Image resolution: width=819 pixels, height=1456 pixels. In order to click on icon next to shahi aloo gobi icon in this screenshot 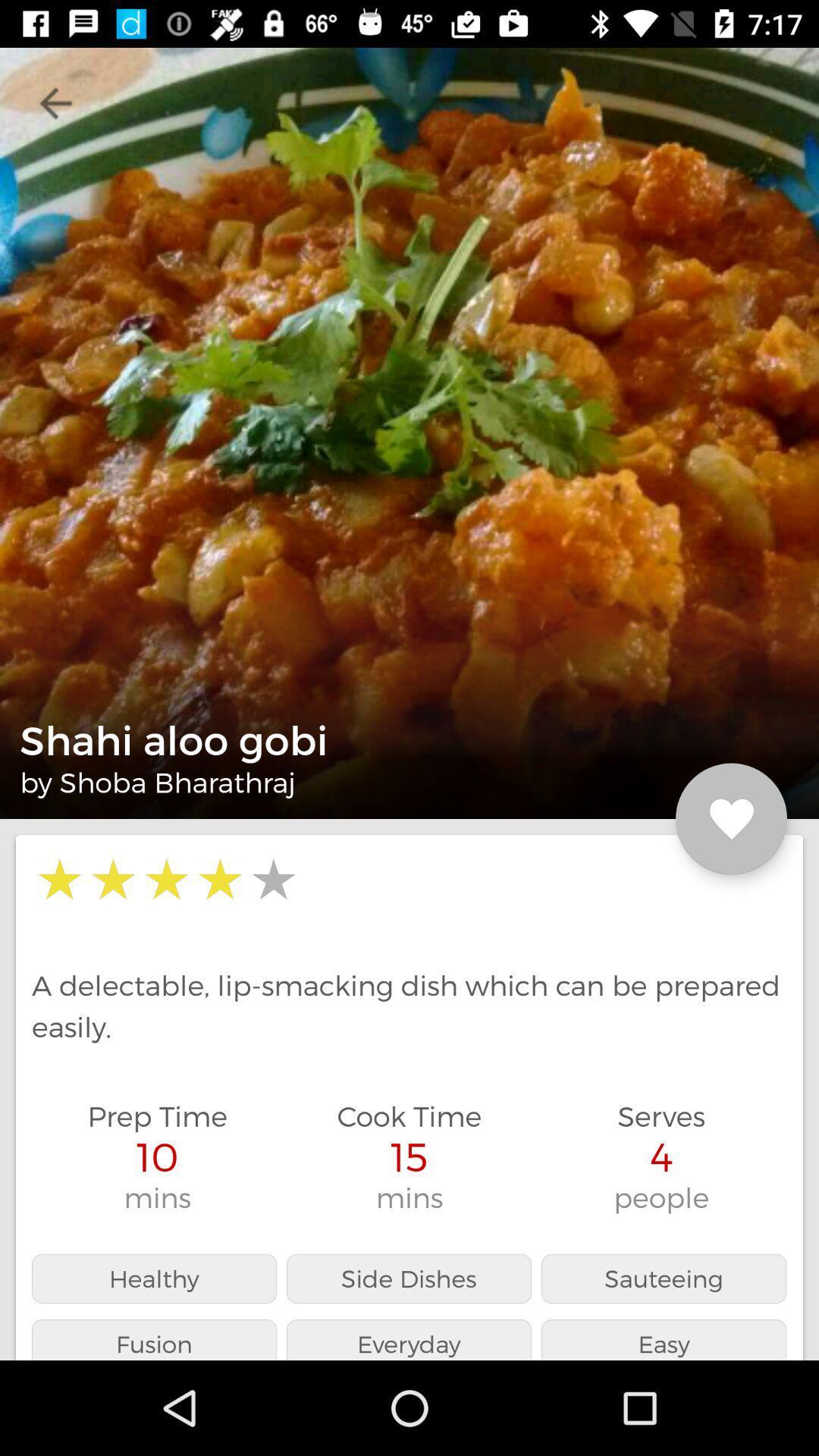, I will do `click(730, 818)`.